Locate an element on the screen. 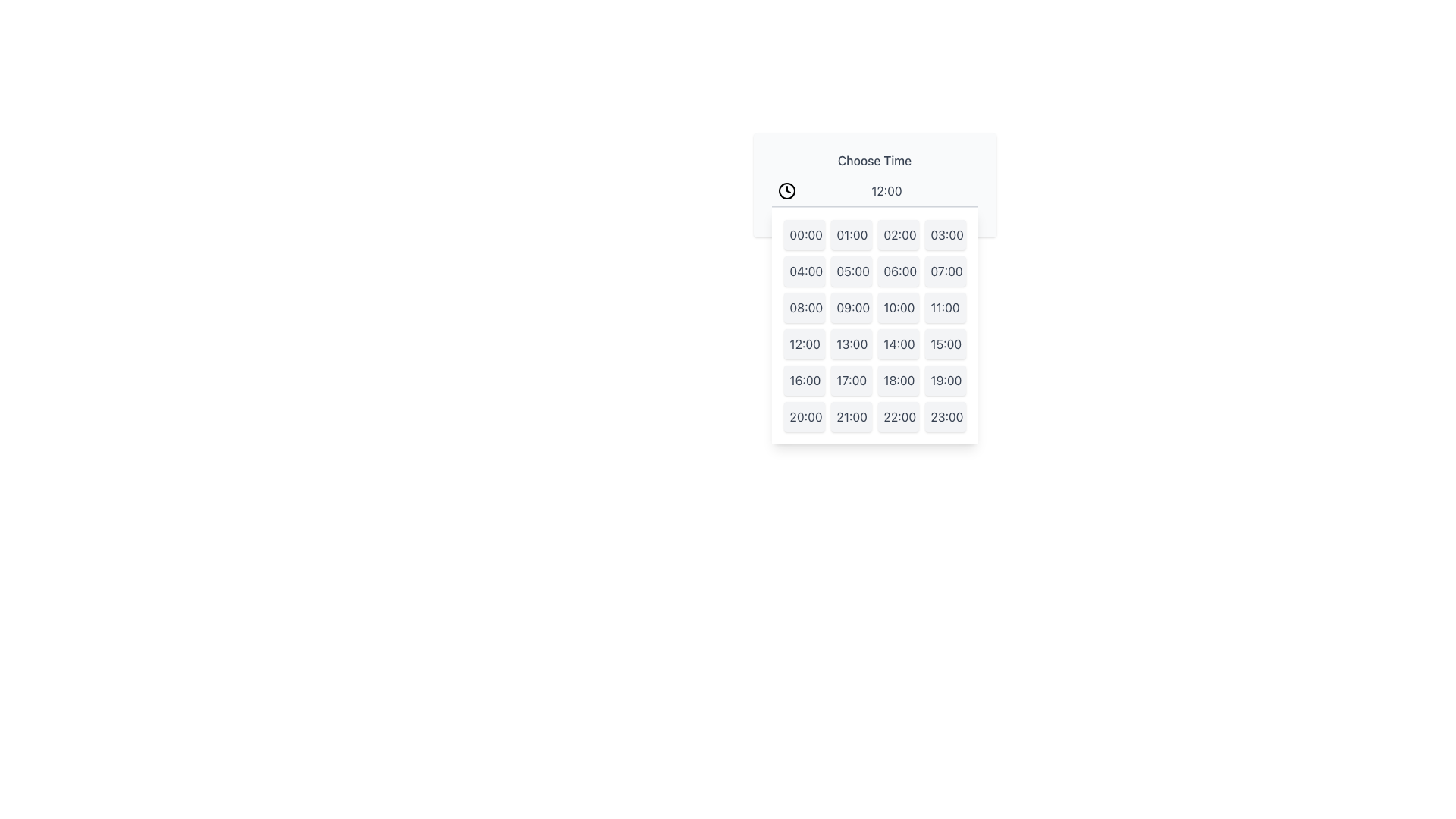  the rectangular button labeled '07:00' with a light gray background is located at coordinates (944, 271).